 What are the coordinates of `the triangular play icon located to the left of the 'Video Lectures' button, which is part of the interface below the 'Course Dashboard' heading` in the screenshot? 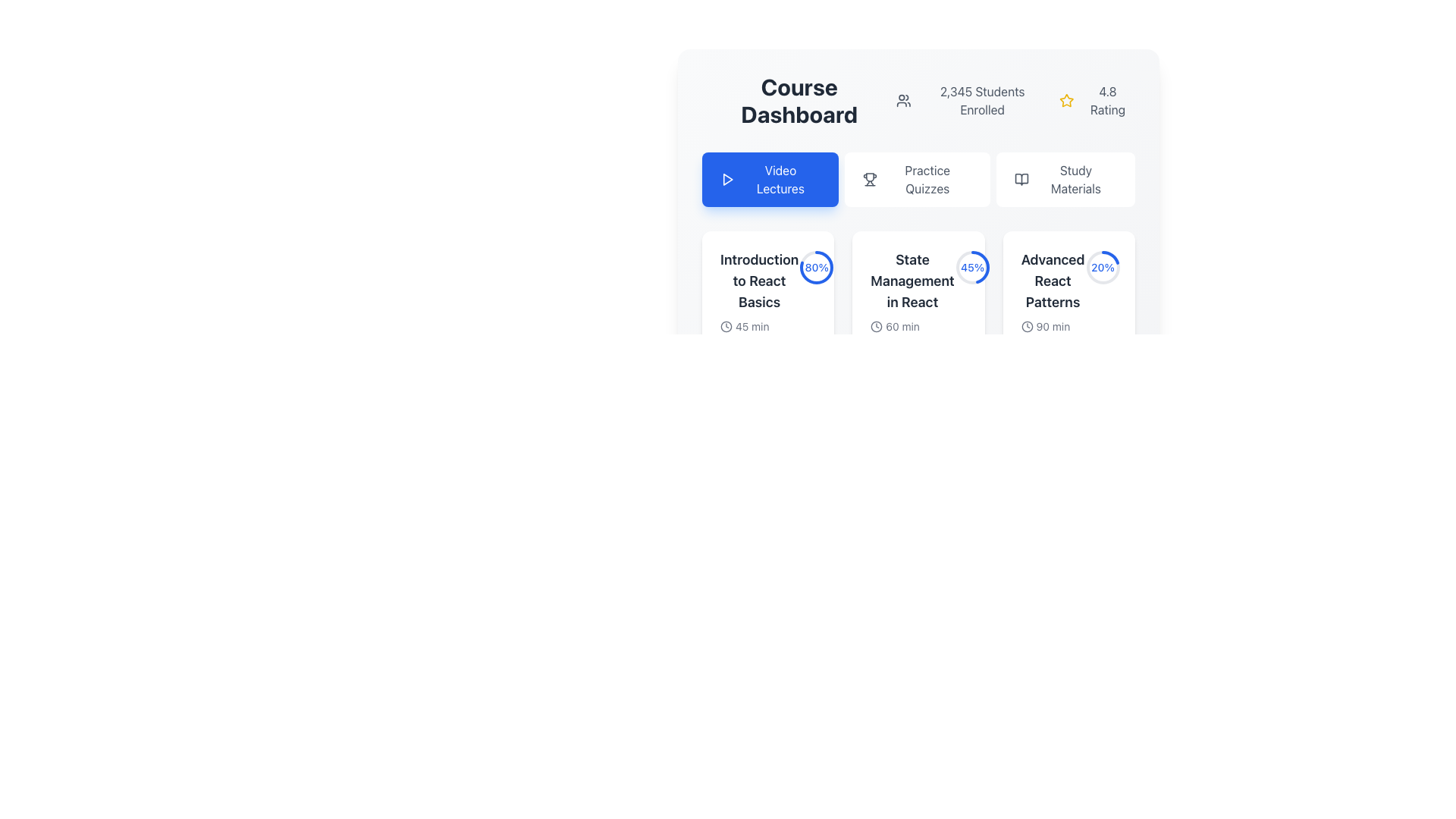 It's located at (728, 178).